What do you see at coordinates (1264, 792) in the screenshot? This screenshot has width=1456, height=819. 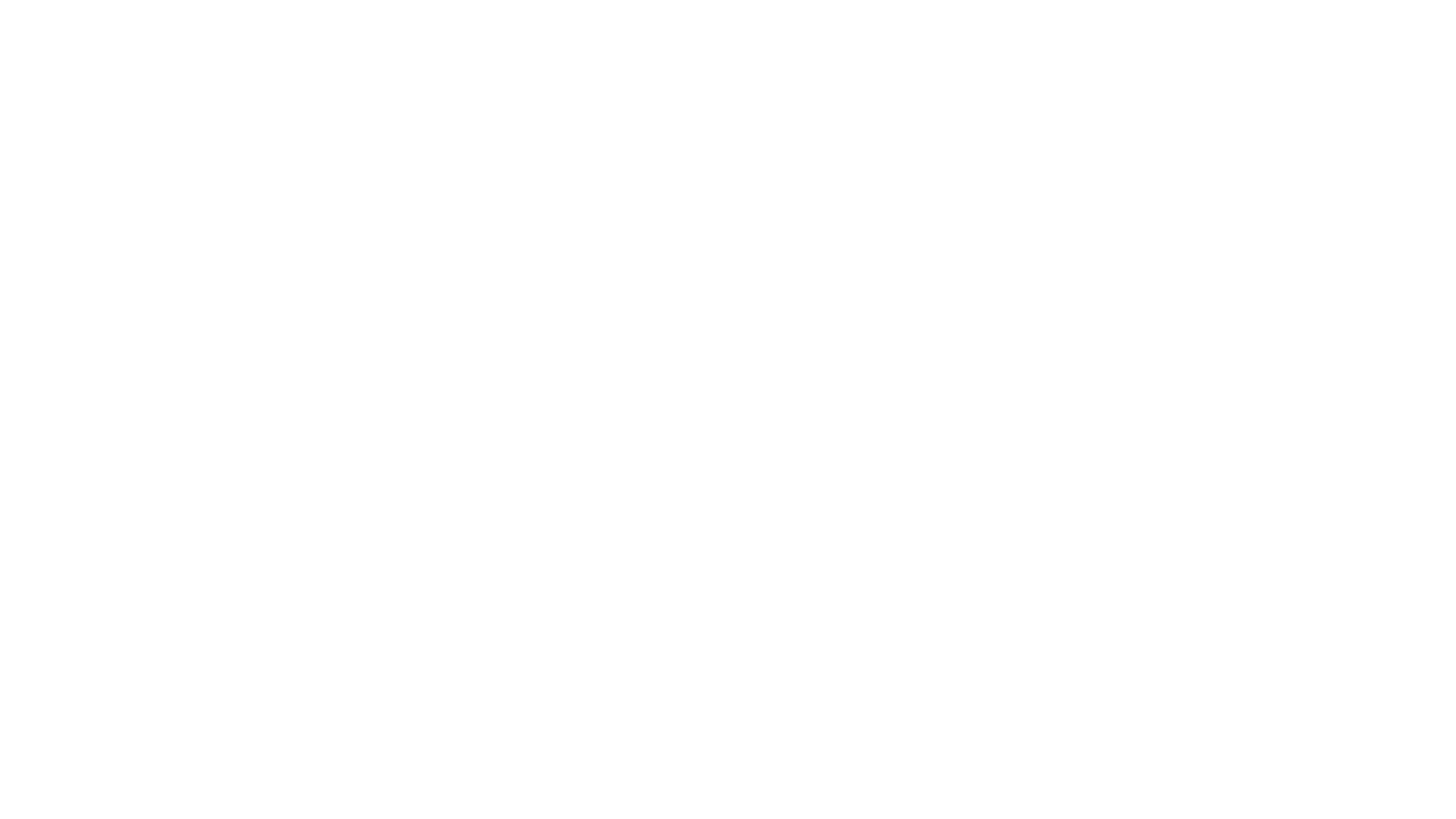 I see `Non, merci.` at bounding box center [1264, 792].